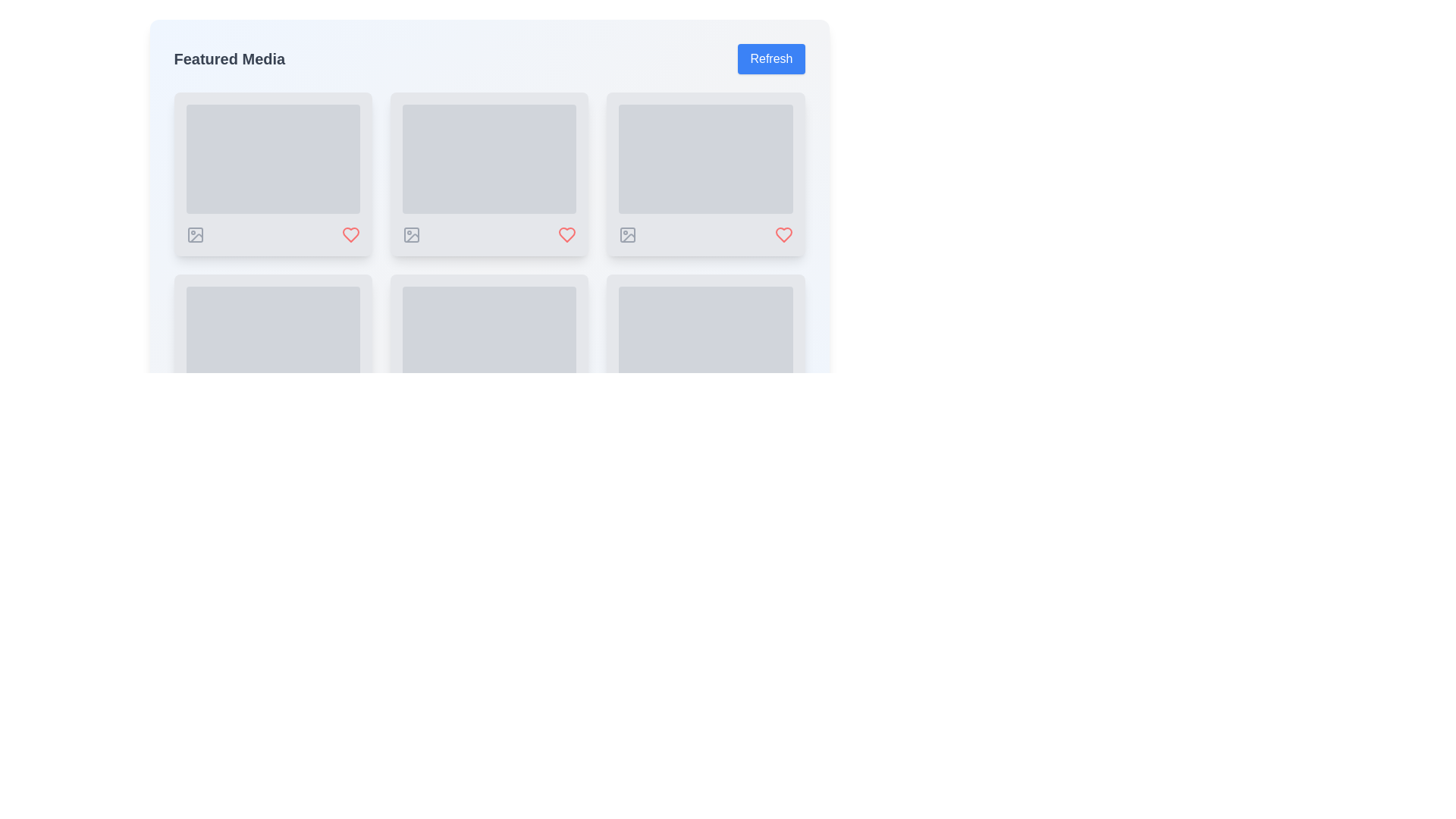 The width and height of the screenshot is (1456, 819). Describe the element at coordinates (350, 234) in the screenshot. I see `the heart-shaped icon toggle button located below the second media box from the left` at that location.